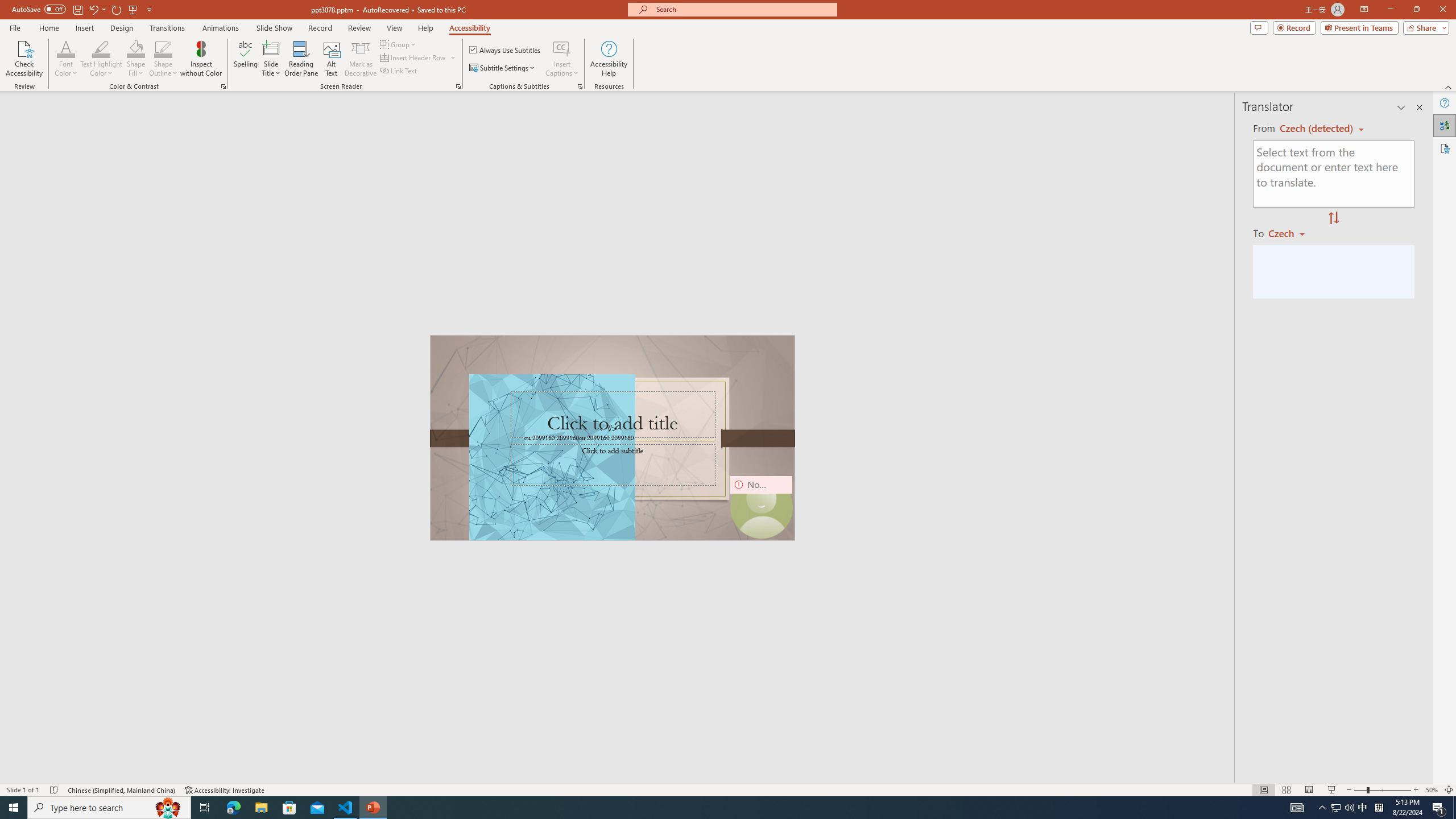 Image resolution: width=1456 pixels, height=819 pixels. Describe the element at coordinates (503, 67) in the screenshot. I see `'Subtitle Settings'` at that location.